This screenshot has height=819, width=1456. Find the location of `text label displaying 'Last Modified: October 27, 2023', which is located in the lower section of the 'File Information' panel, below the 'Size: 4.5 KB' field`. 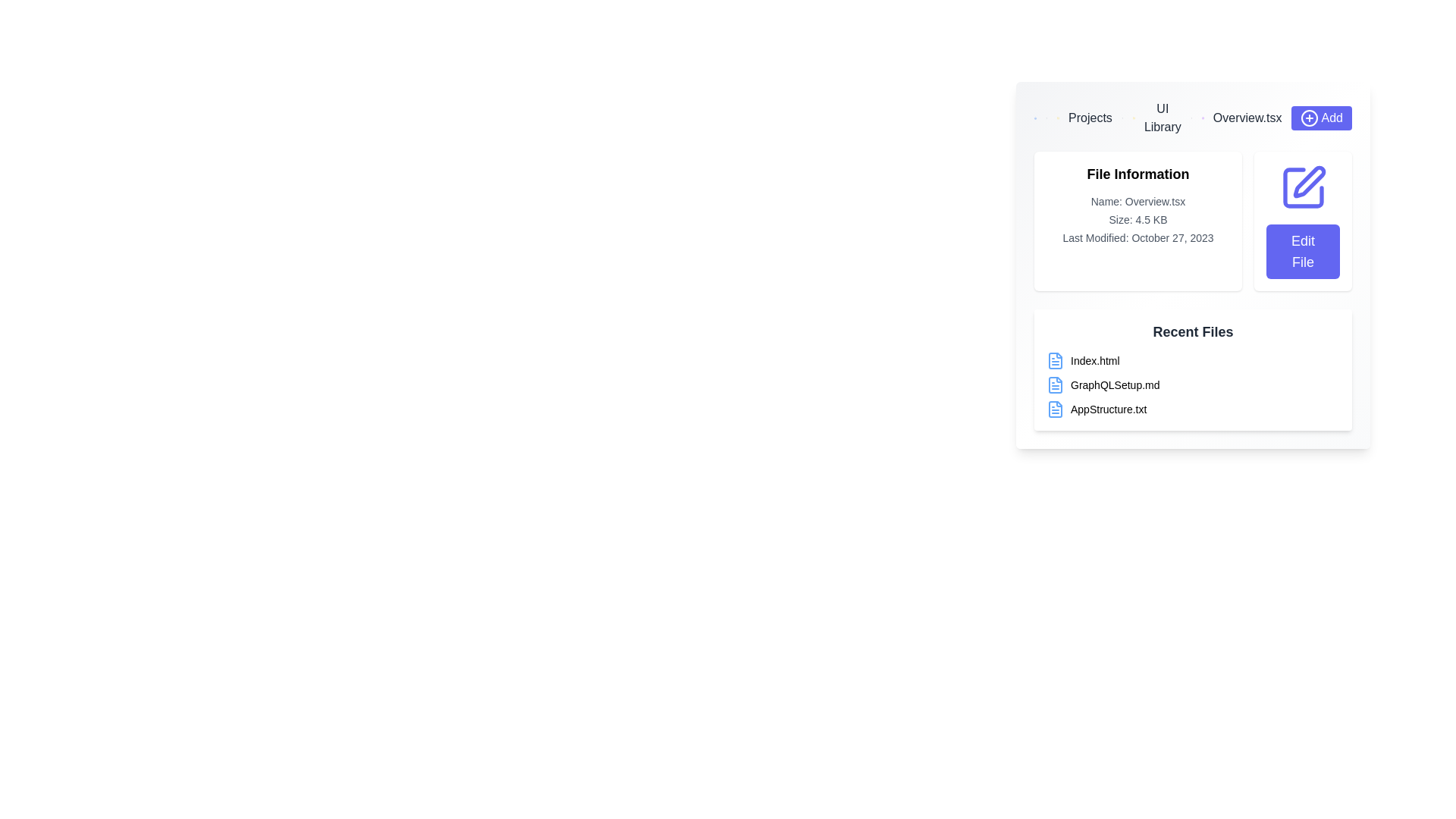

text label displaying 'Last Modified: October 27, 2023', which is located in the lower section of the 'File Information' panel, below the 'Size: 4.5 KB' field is located at coordinates (1138, 237).